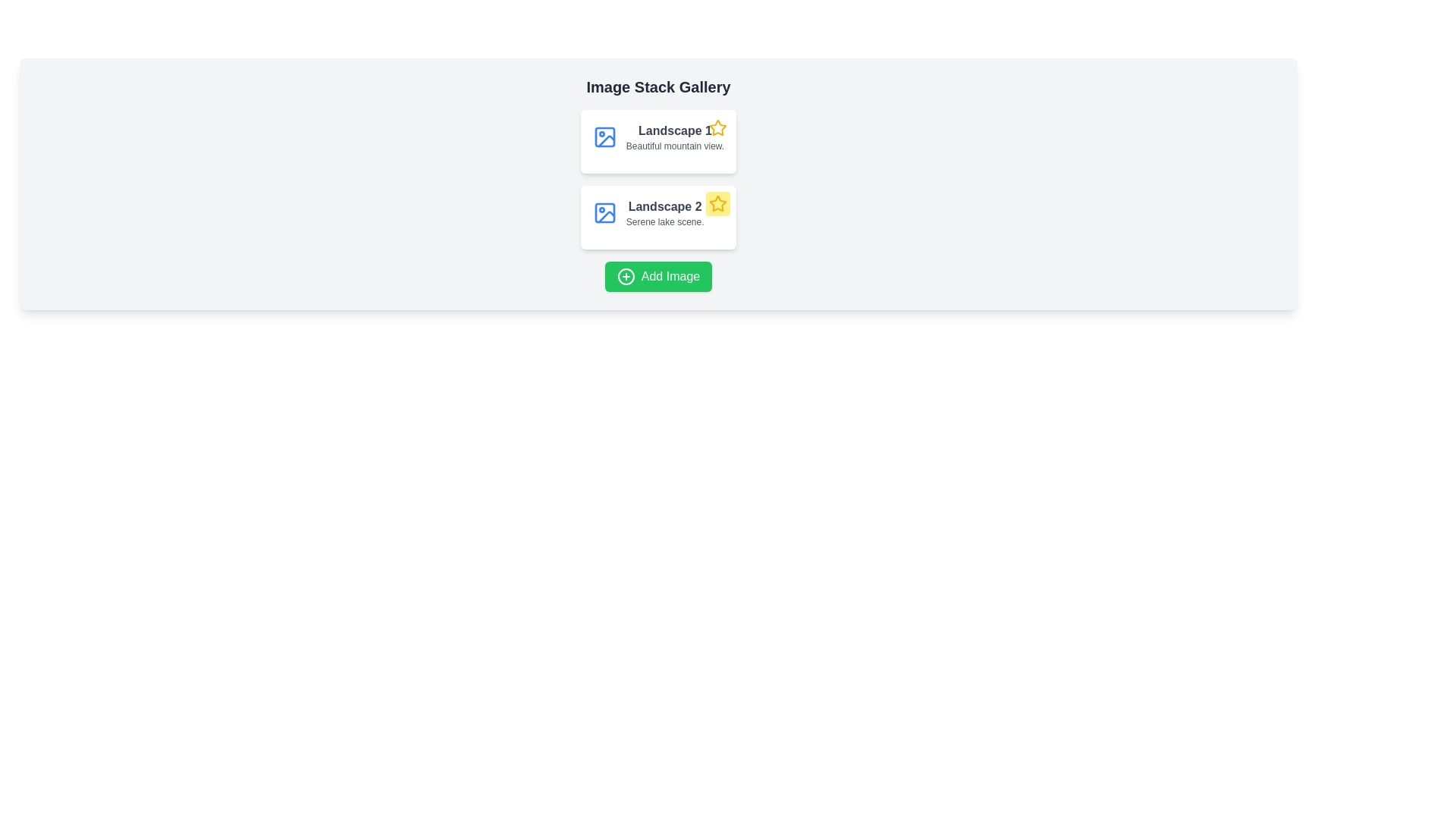 Image resolution: width=1456 pixels, height=819 pixels. Describe the element at coordinates (604, 213) in the screenshot. I see `the blue SVG icon representing an image located in the second image card labeled 'Landscape 2' with the descriptive text 'Serene lake scene.'` at that location.